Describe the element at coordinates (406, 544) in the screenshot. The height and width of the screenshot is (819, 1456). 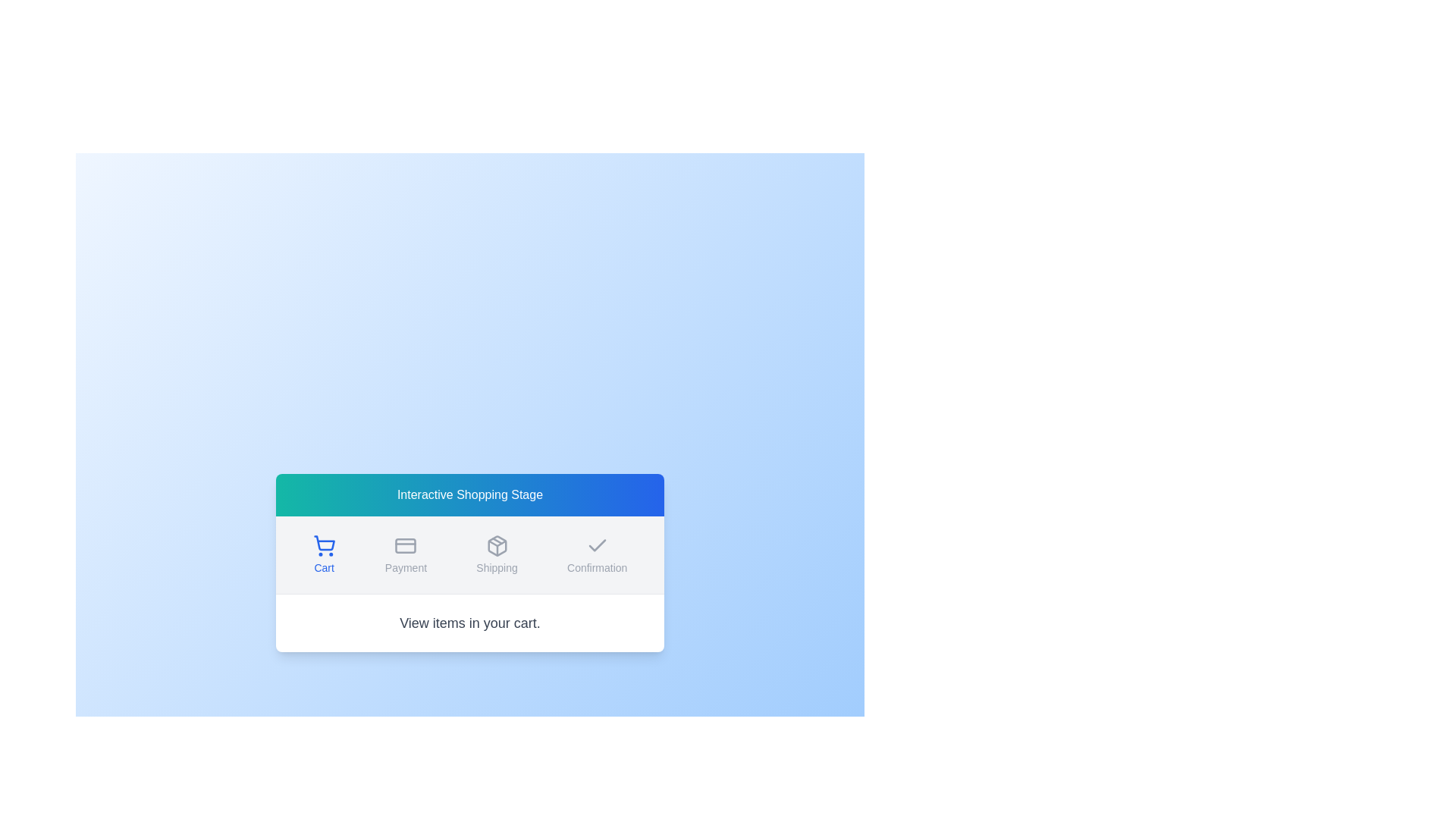
I see `the Payment icon in the navigation component, which is the second icon among Cart, Payment, Shipping, and Confirmation, visually representing the Payment section` at that location.